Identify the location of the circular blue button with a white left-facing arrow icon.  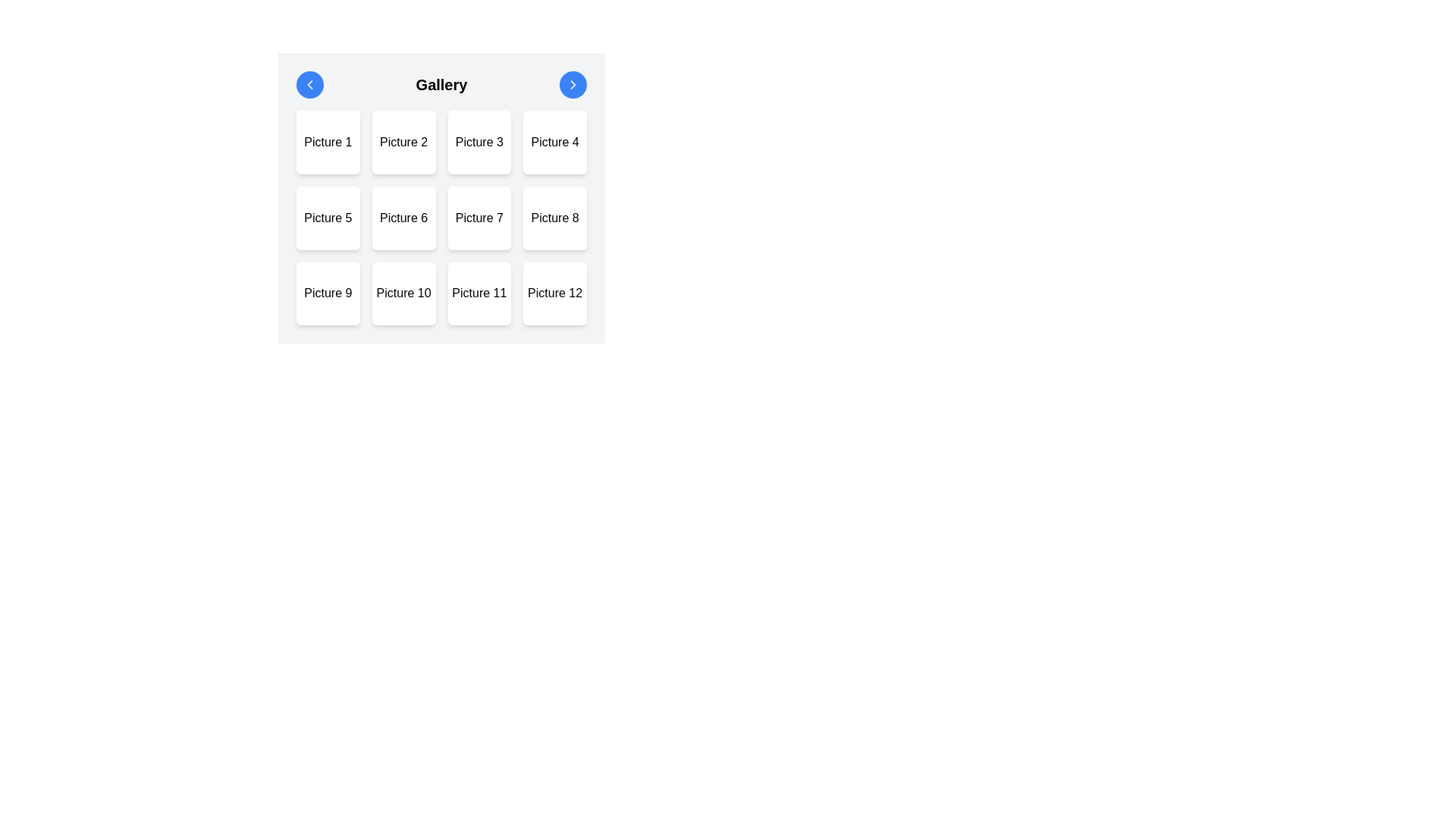
(309, 84).